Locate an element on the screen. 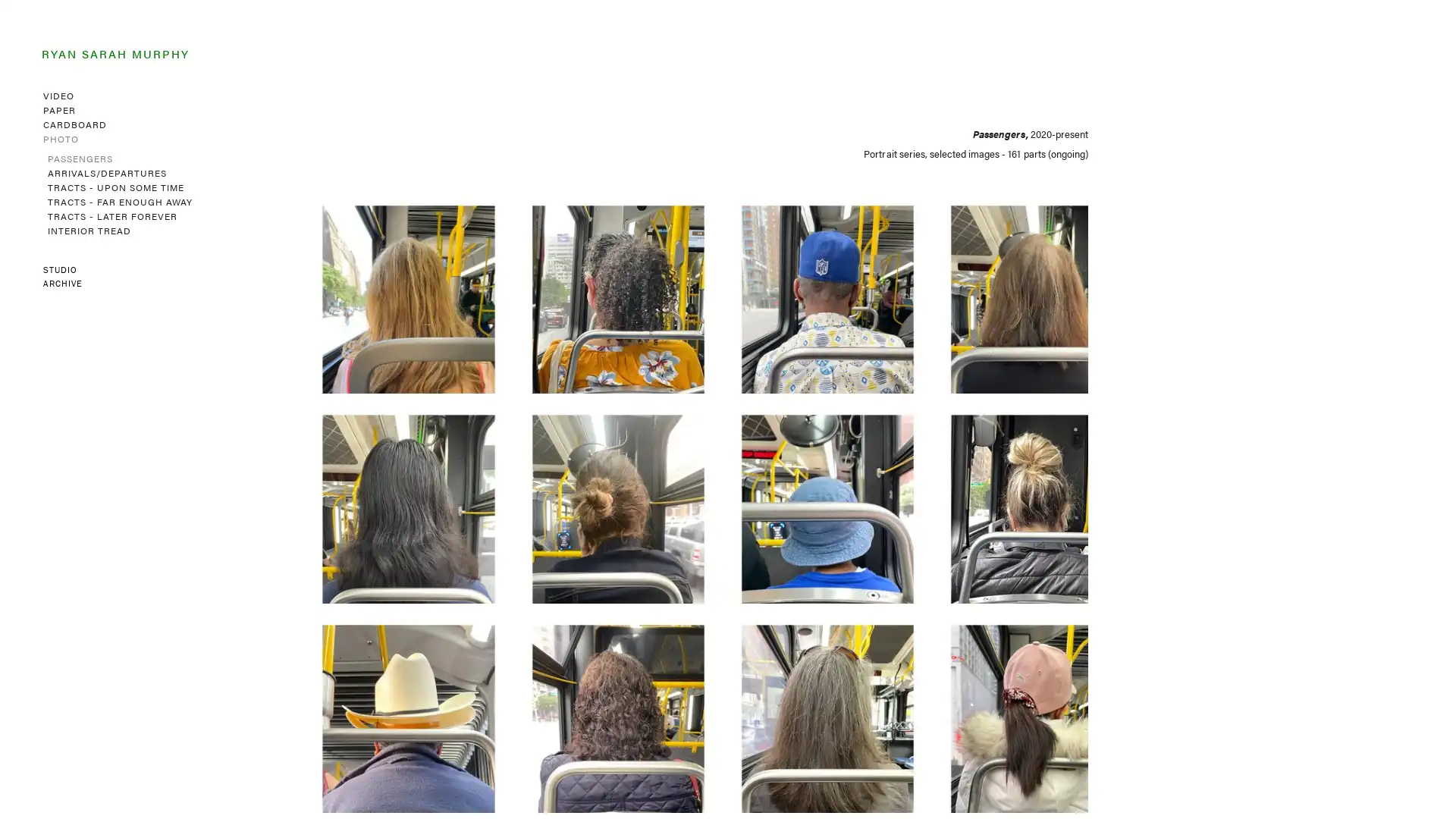 The height and width of the screenshot is (819, 1456). View fullsize Passenger 161-.jpeg is located at coordinates (364, 279).